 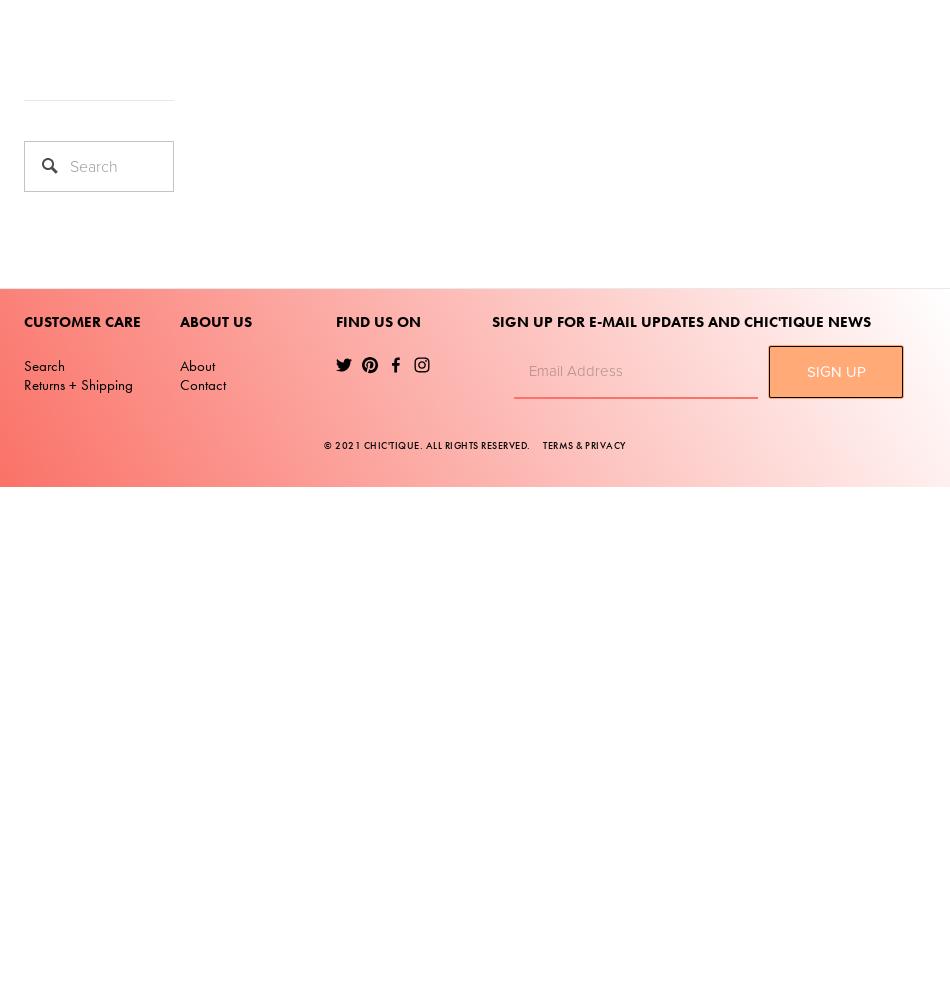 What do you see at coordinates (203, 385) in the screenshot?
I see `'Contact'` at bounding box center [203, 385].